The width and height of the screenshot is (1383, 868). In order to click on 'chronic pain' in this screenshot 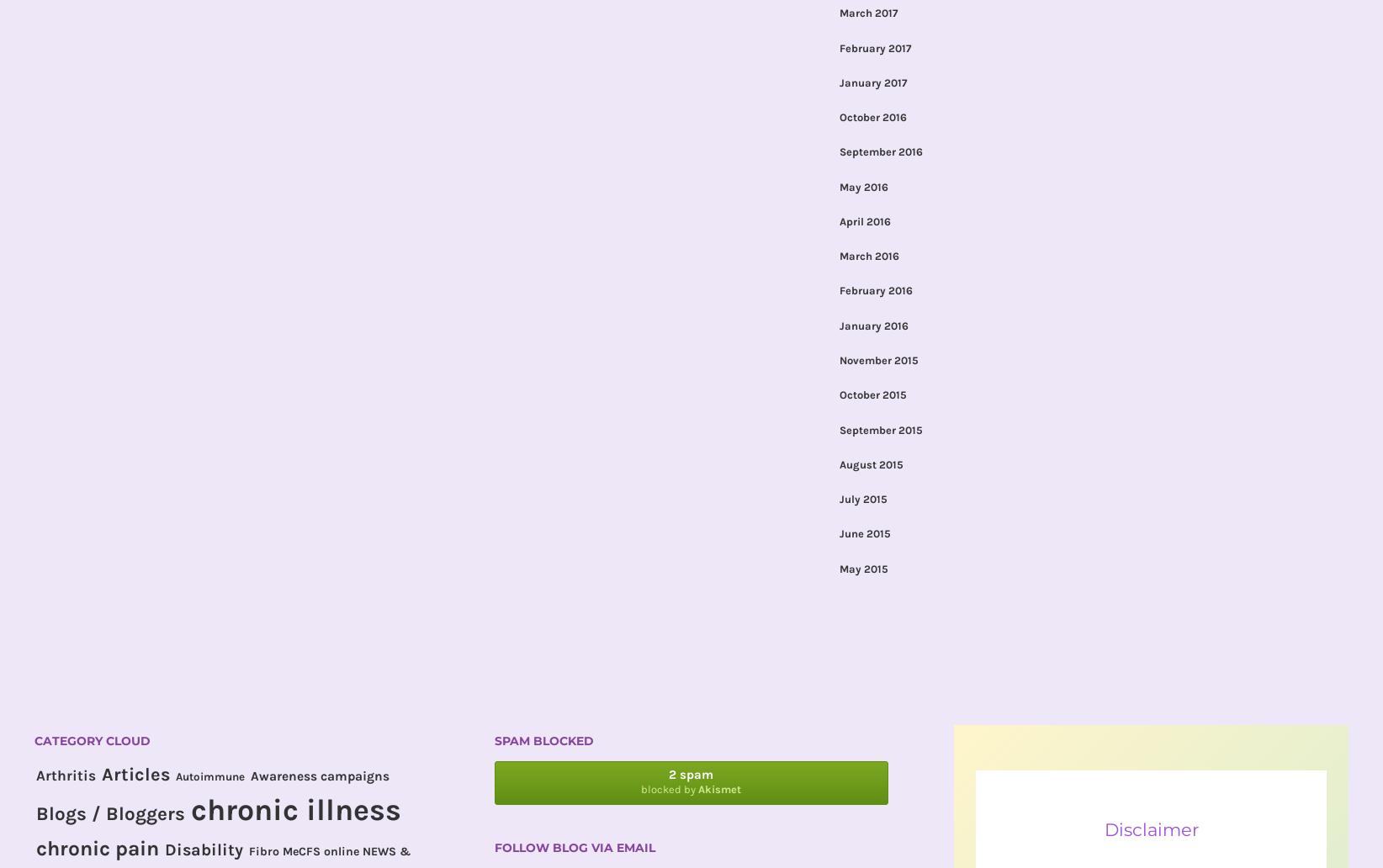, I will do `click(97, 847)`.